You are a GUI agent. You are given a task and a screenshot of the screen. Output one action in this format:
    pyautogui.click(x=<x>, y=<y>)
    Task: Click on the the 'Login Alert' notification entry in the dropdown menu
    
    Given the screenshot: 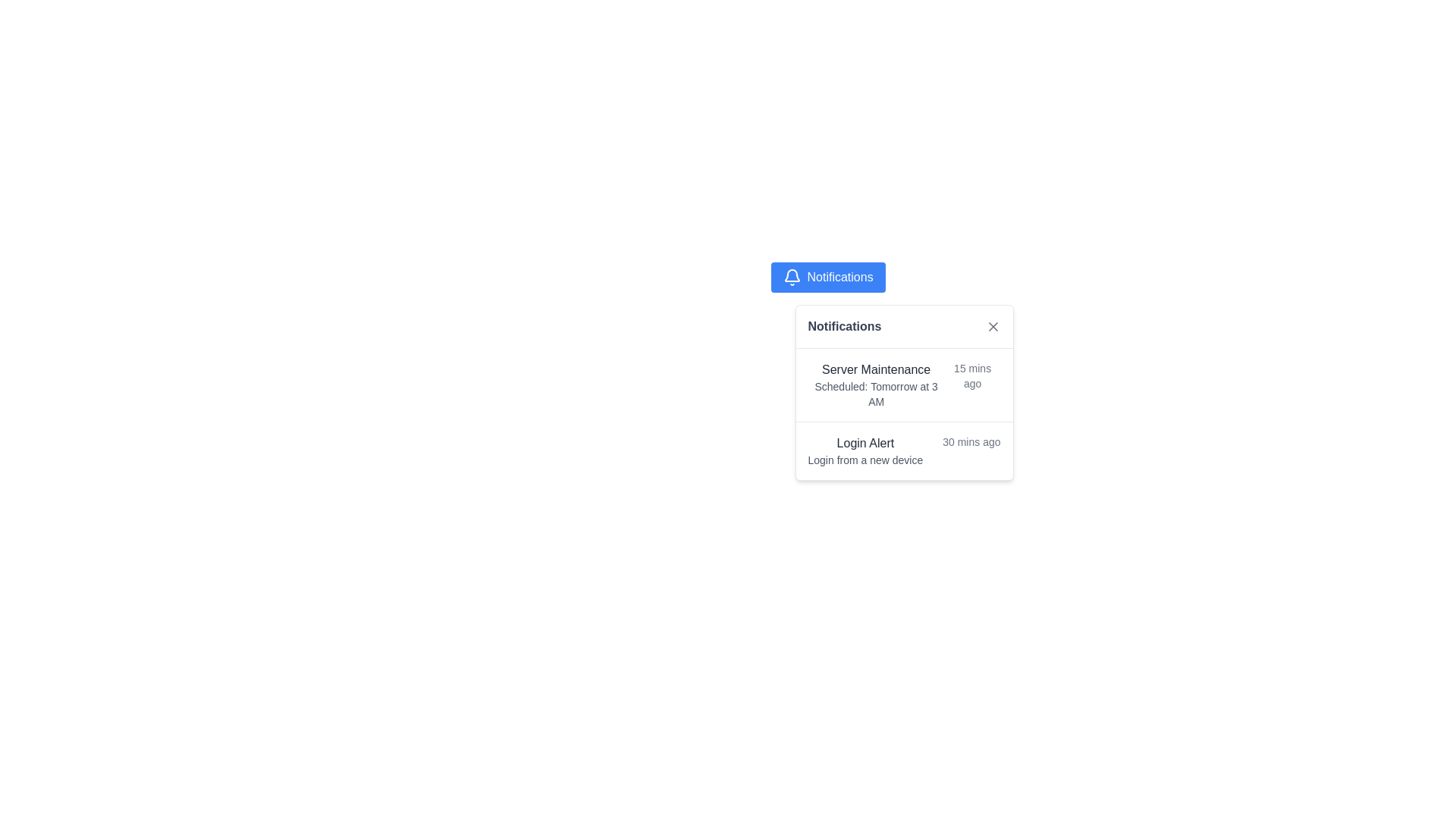 What is the action you would take?
    pyautogui.click(x=904, y=450)
    